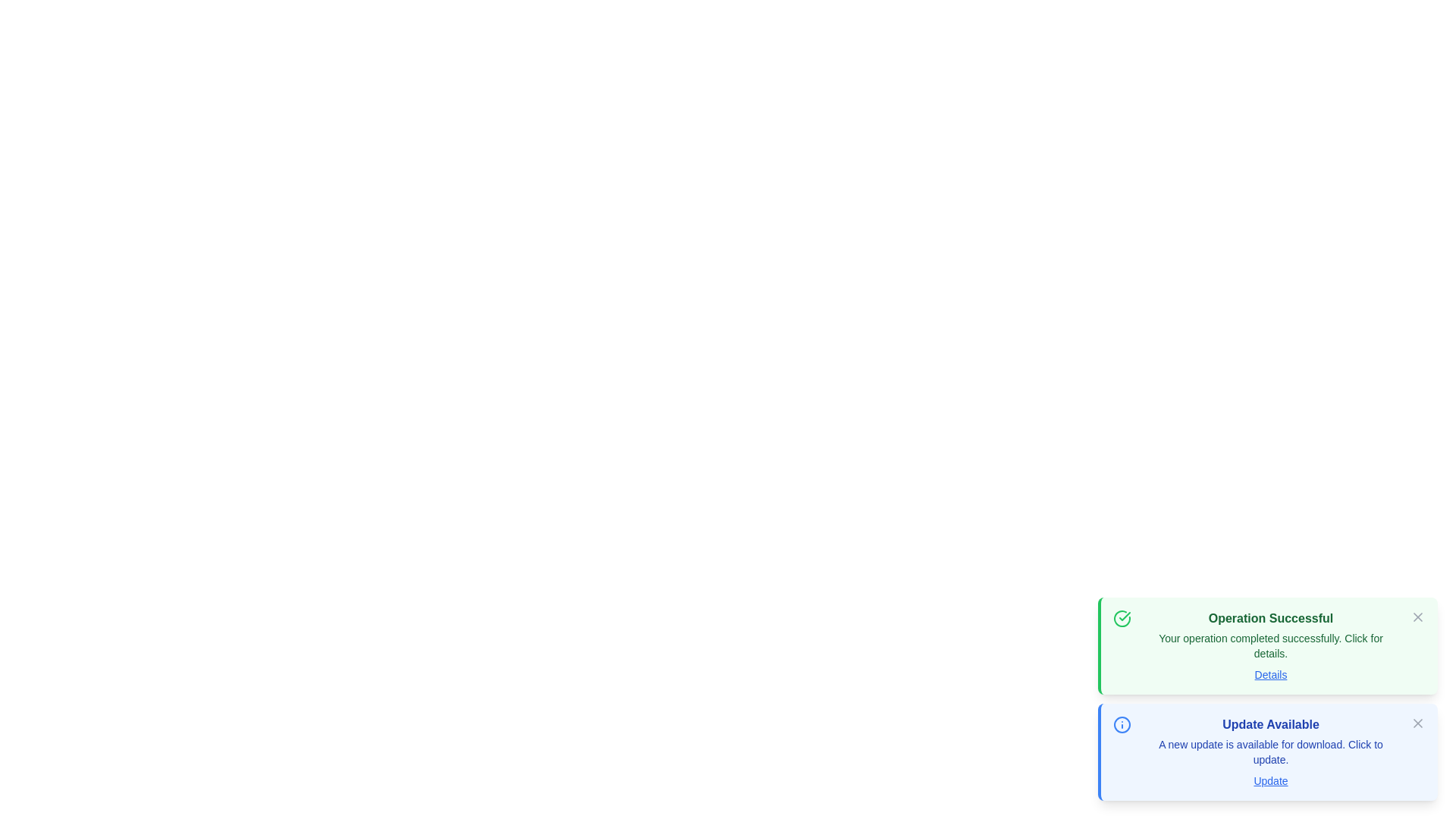  I want to click on the dismiss button located in the top-right corner of the 'Update Available' notification box, so click(1417, 722).